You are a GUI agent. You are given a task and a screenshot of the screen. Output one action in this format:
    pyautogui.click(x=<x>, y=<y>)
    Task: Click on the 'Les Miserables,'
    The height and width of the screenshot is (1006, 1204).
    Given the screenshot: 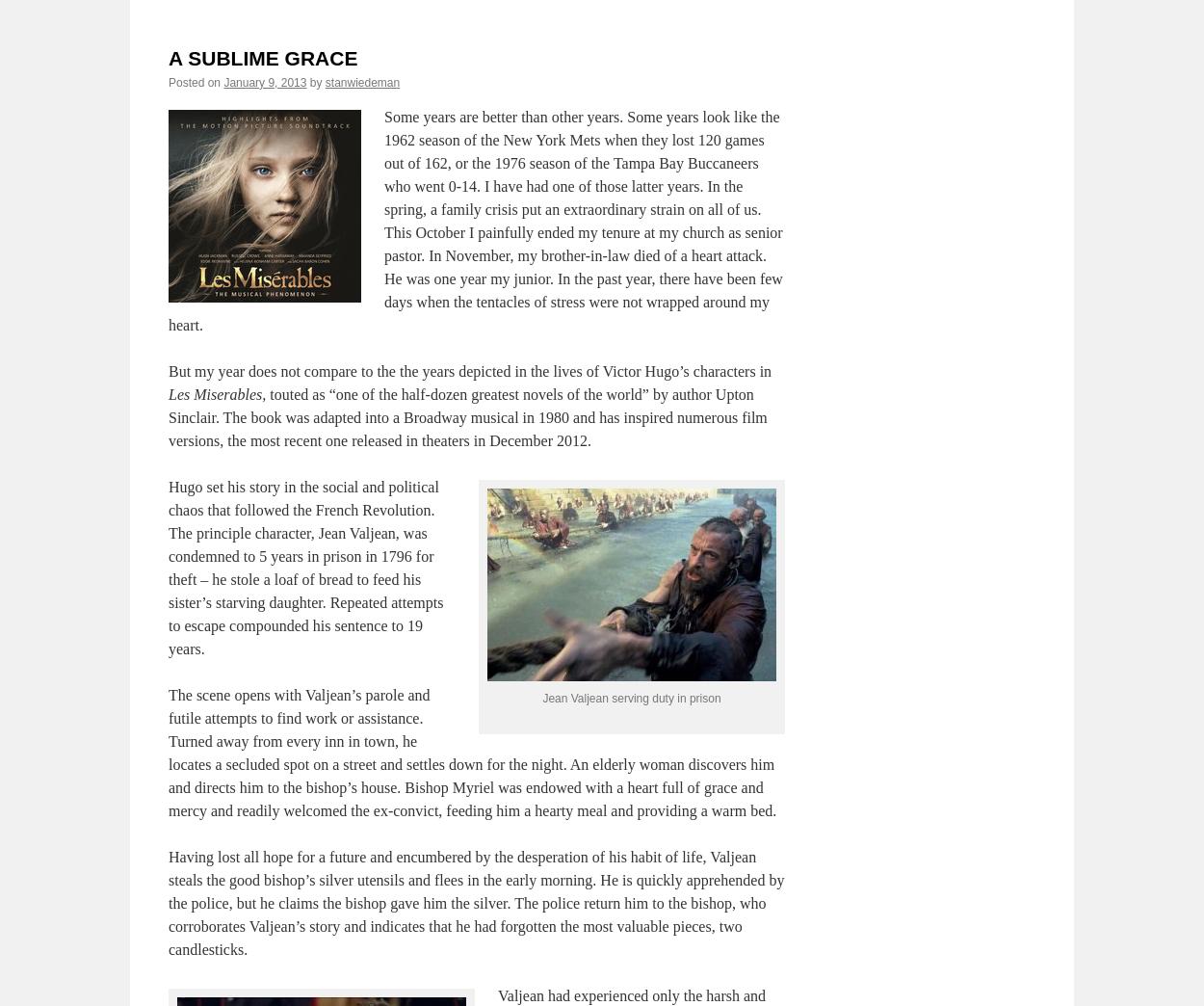 What is the action you would take?
    pyautogui.click(x=216, y=392)
    